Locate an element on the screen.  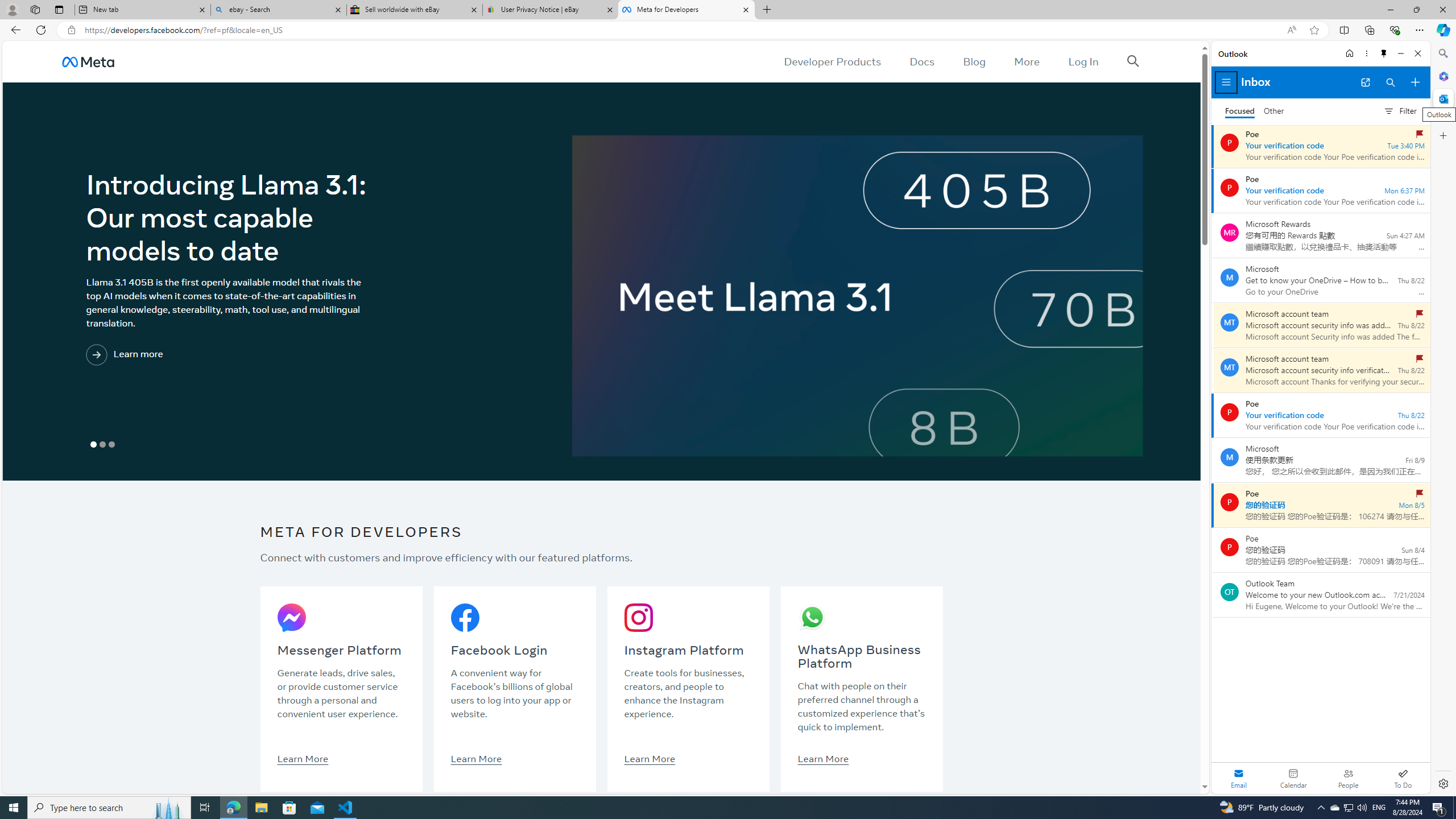
'People' is located at coordinates (1347, 777).